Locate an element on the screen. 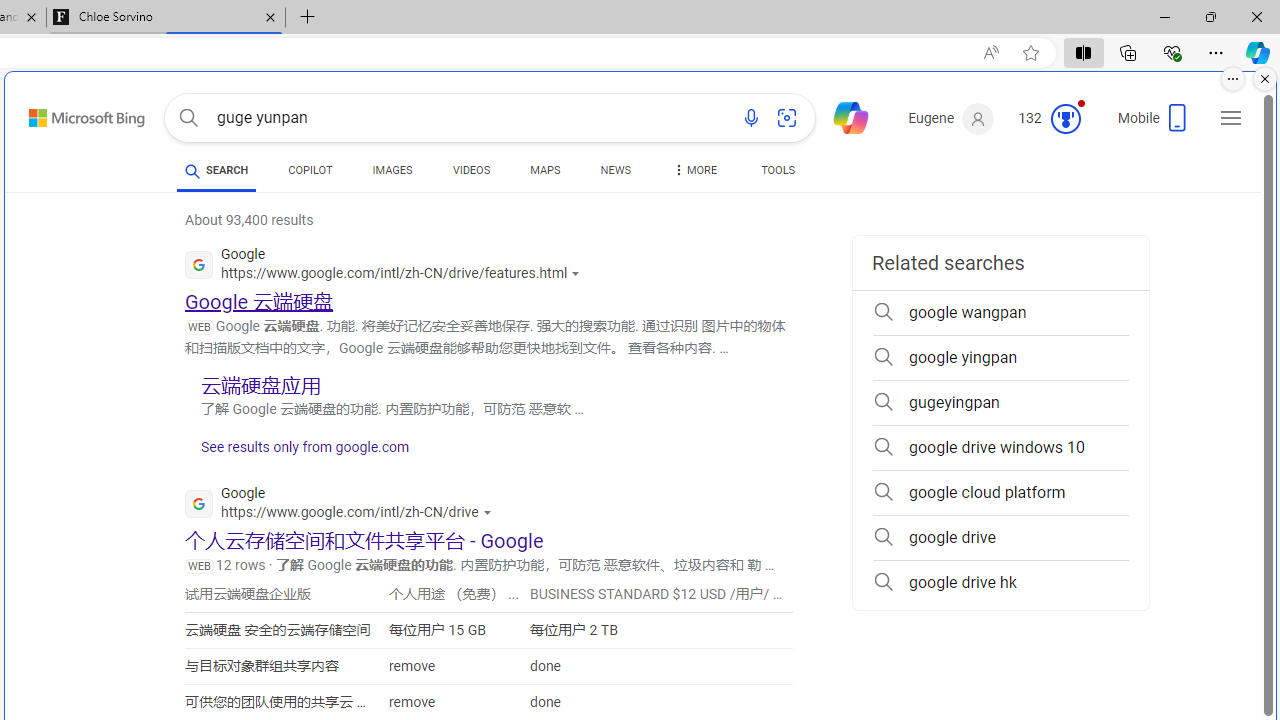 The height and width of the screenshot is (720, 1280). 'MORE' is located at coordinates (693, 172).